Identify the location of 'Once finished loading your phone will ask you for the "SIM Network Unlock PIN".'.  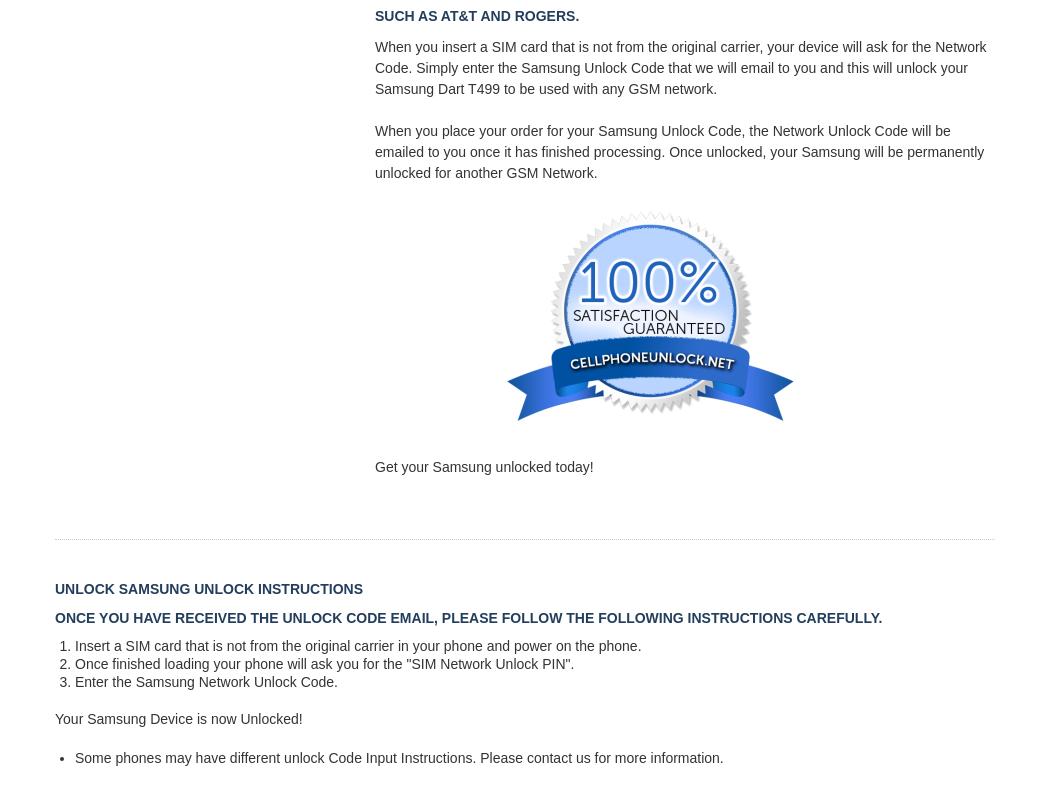
(324, 663).